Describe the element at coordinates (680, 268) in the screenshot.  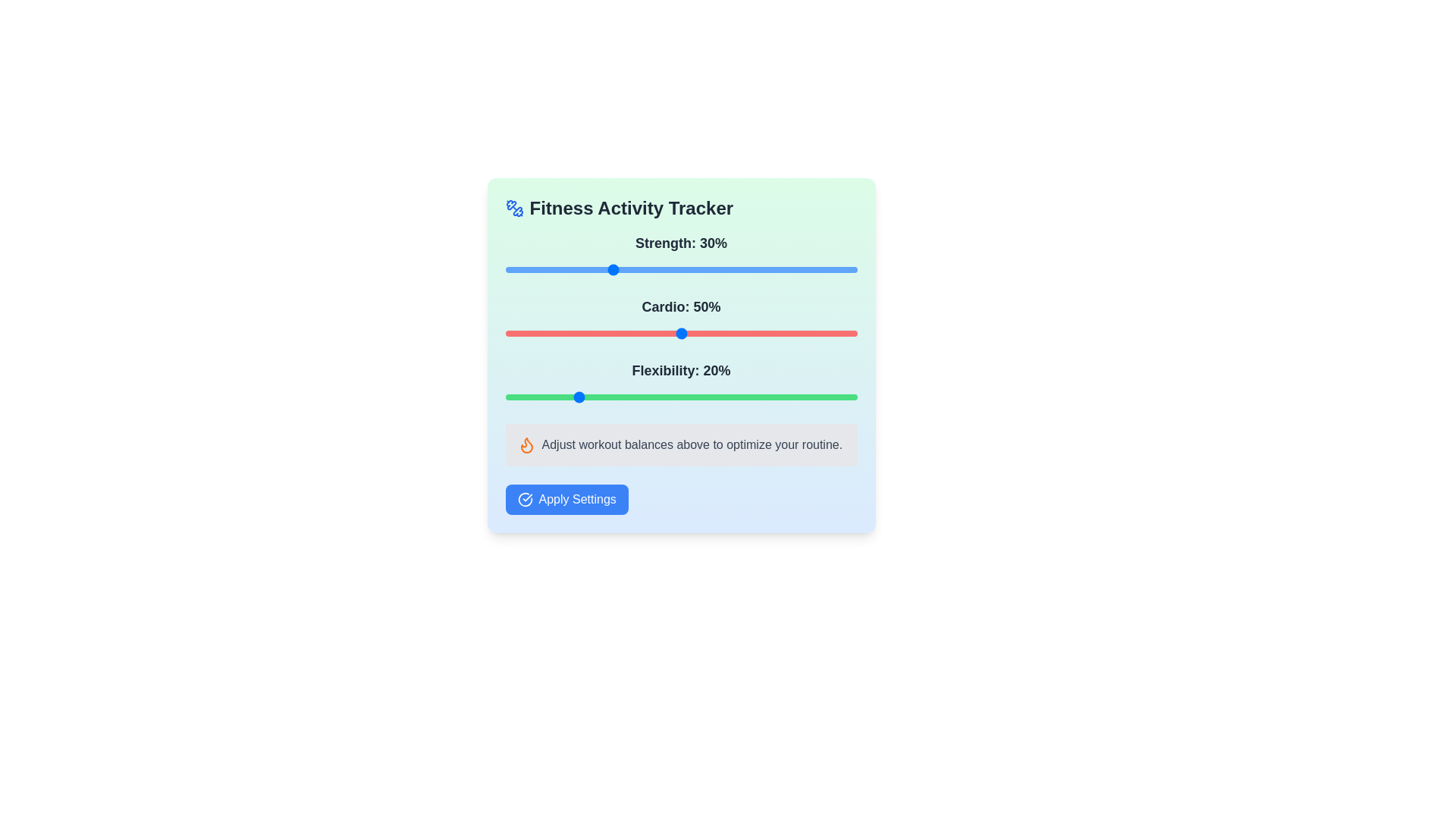
I see `the horizontal slider element, which is blue and positioned below the label 'Strength: 30%'` at that location.